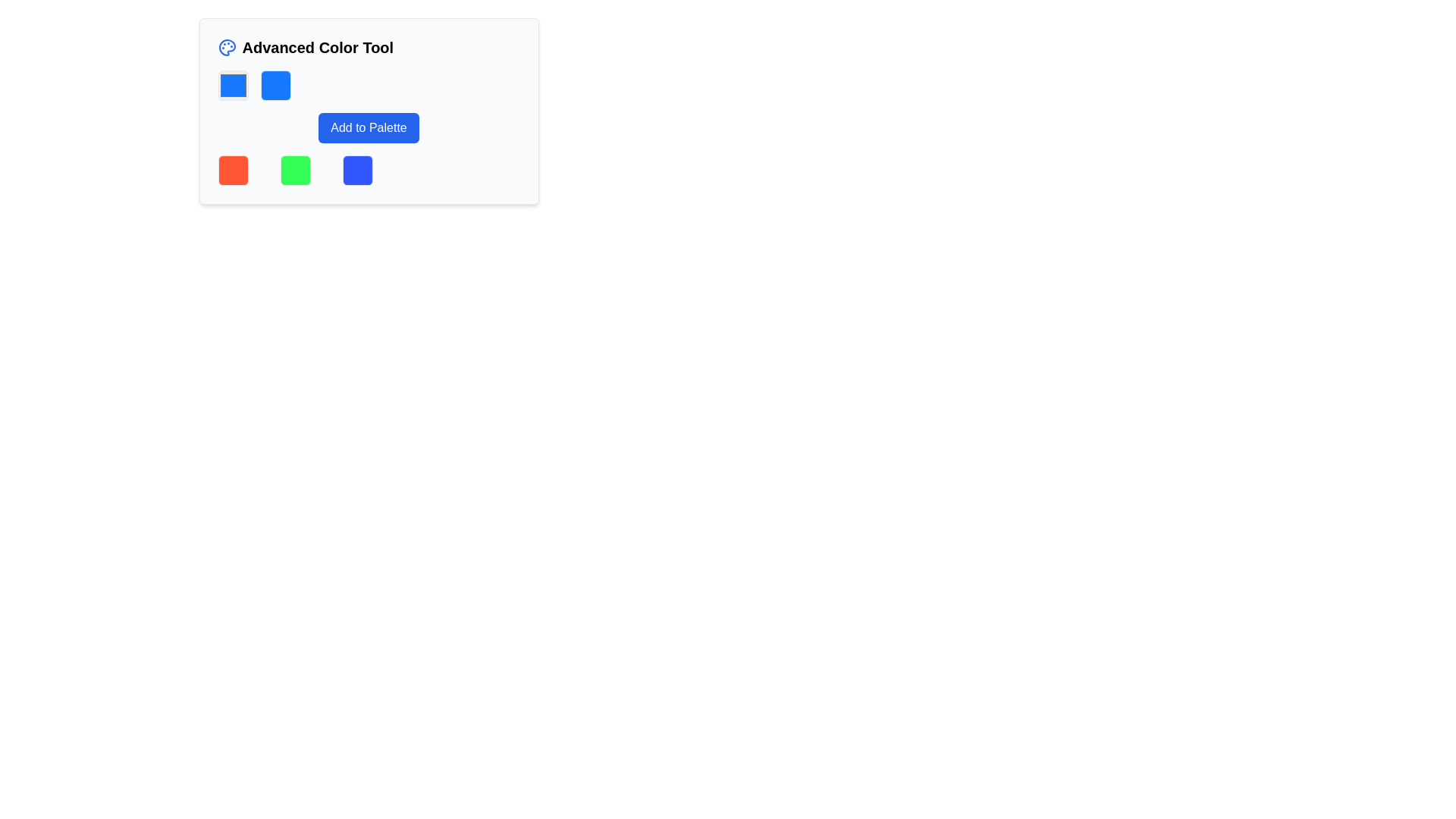 The height and width of the screenshot is (819, 1456). Describe the element at coordinates (226, 46) in the screenshot. I see `the decorative icon for the 'Advanced Color Tool' section, which is positioned at the top-left corner before the text 'Advanced Color Tool'` at that location.